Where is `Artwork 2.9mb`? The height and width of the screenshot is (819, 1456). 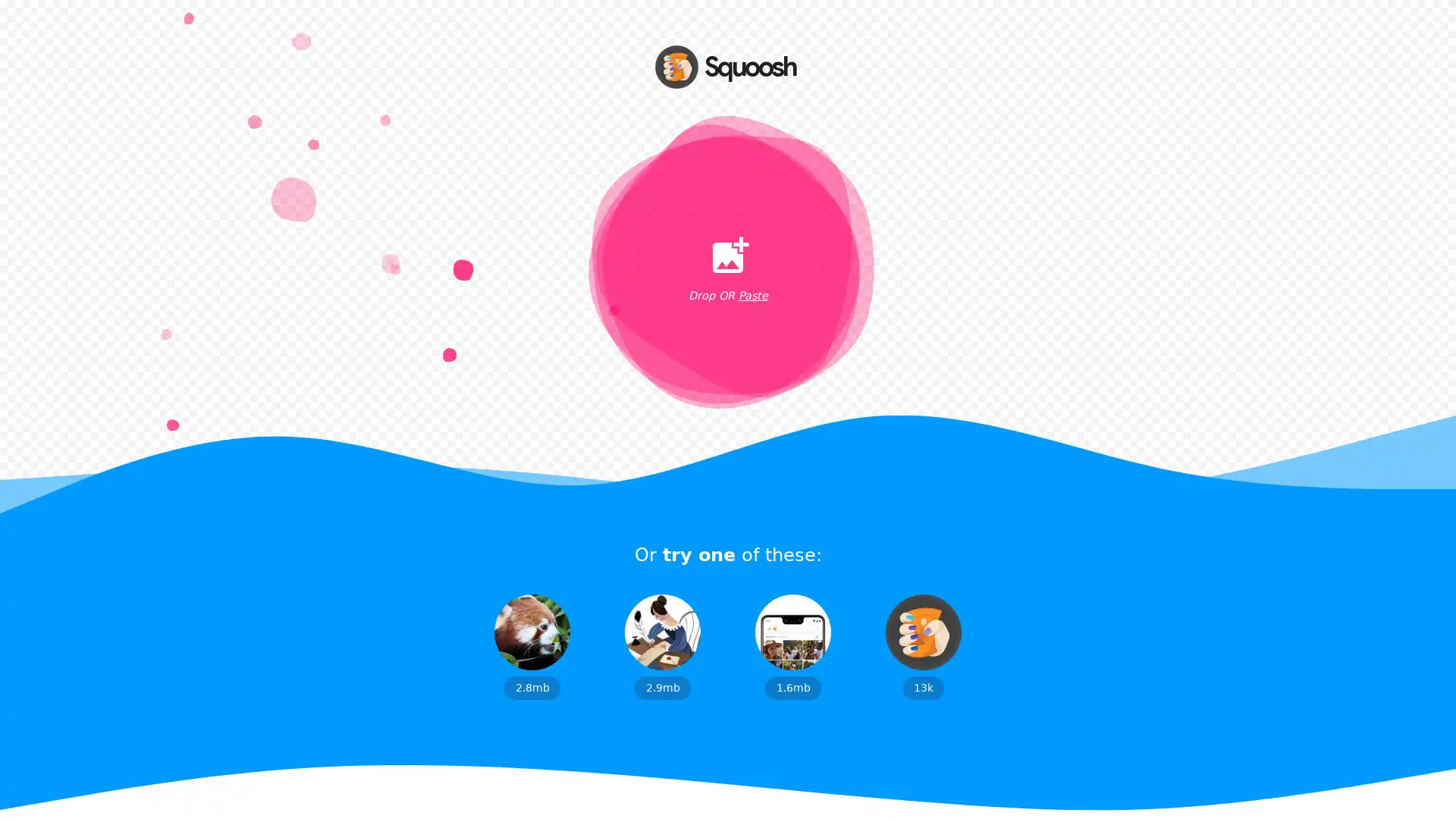
Artwork 2.9mb is located at coordinates (662, 646).